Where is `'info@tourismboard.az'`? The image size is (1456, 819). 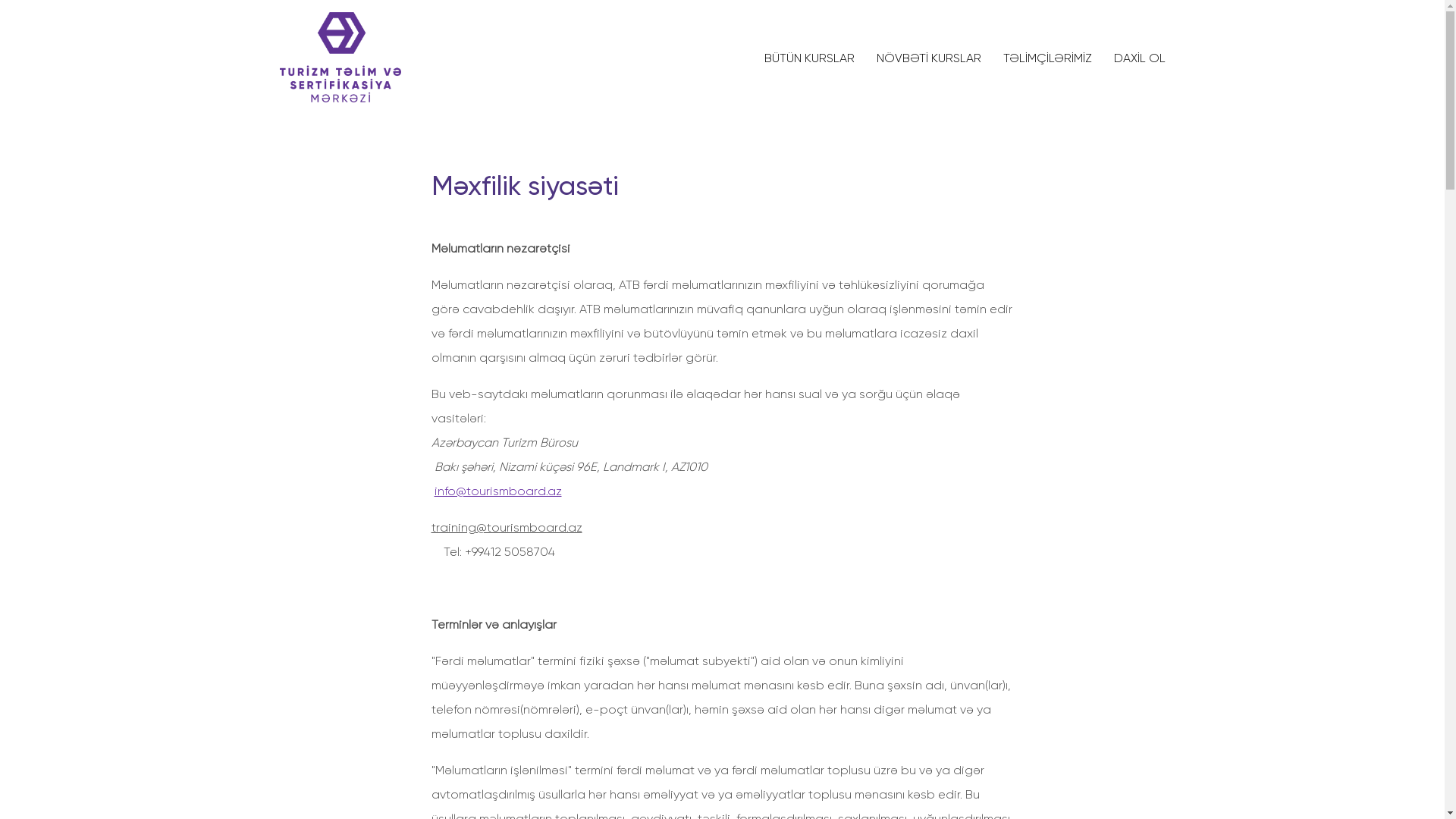 'info@tourismboard.az' is located at coordinates (497, 491).